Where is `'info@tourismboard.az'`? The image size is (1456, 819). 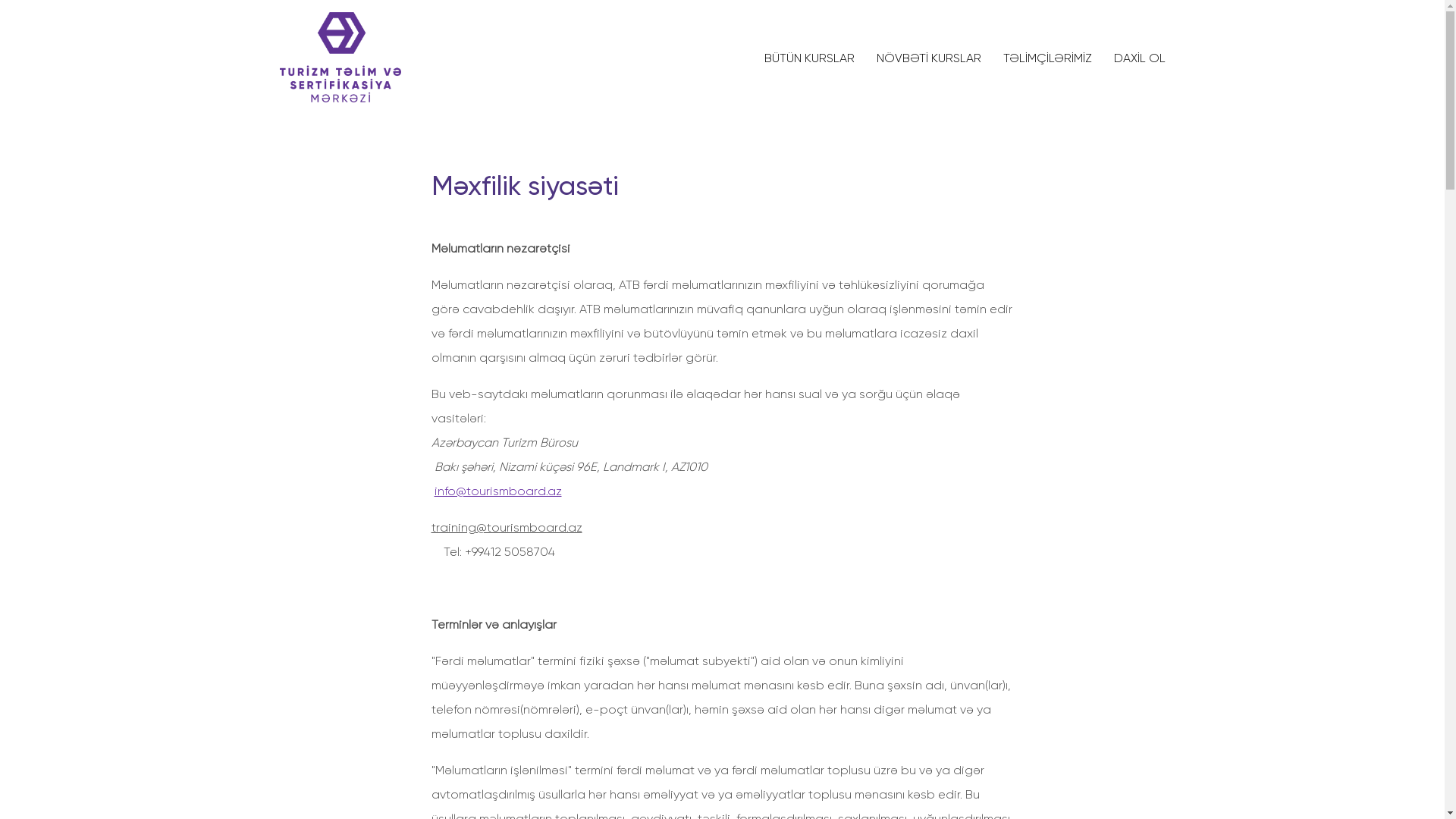 'info@tourismboard.az' is located at coordinates (497, 491).